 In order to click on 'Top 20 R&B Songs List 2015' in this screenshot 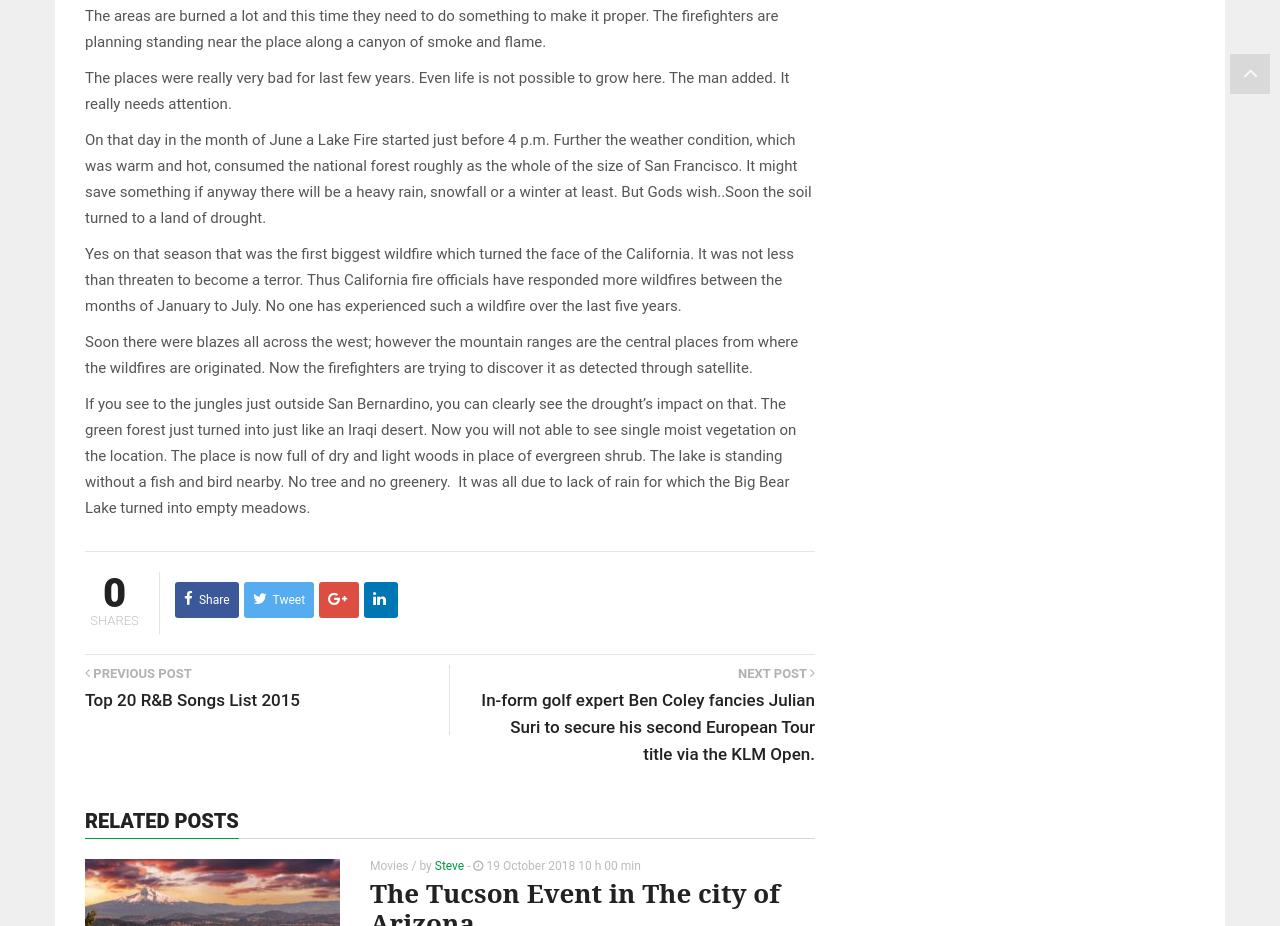, I will do `click(192, 699)`.